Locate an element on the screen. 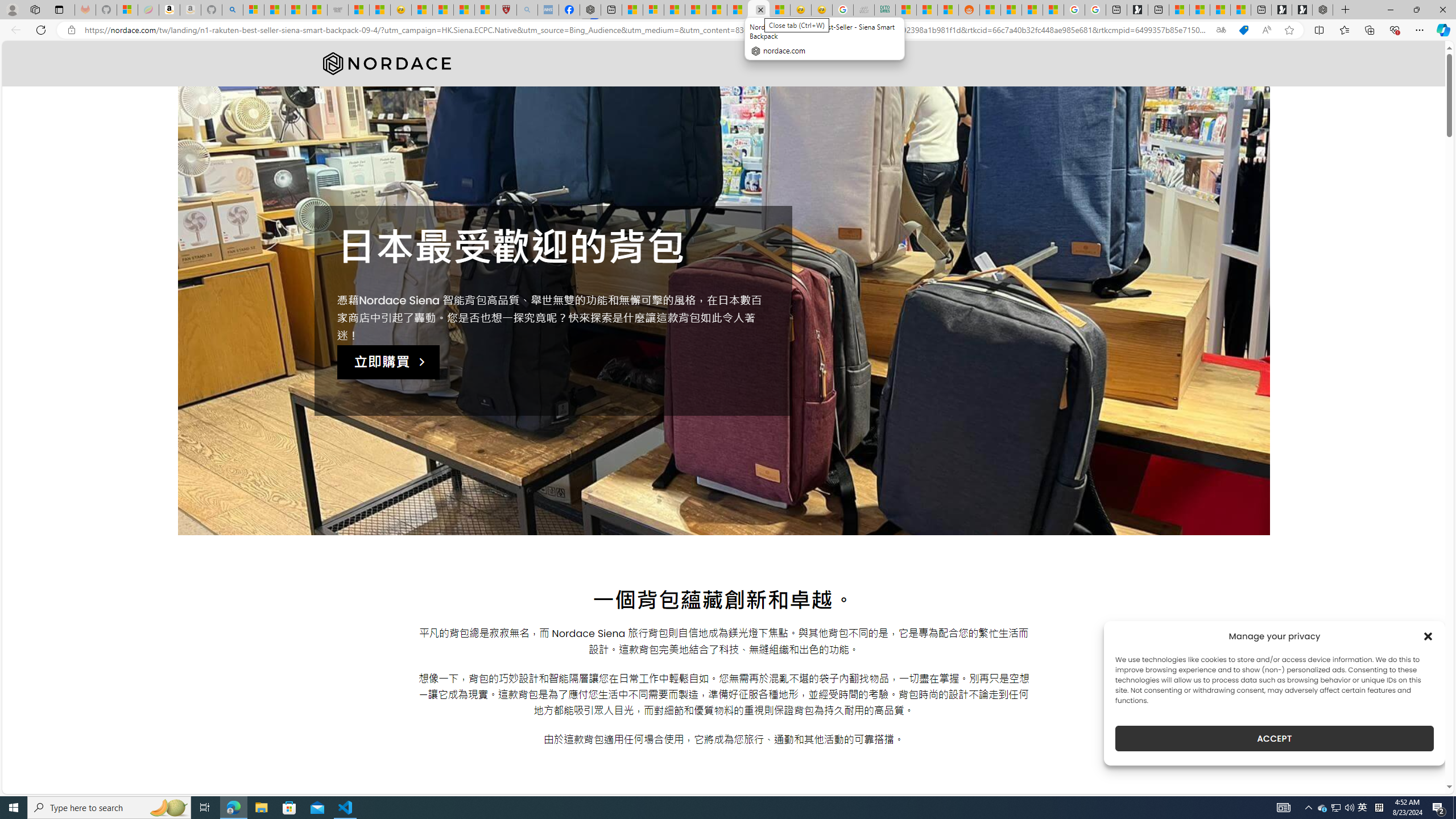  'Favorites' is located at coordinates (1345, 29).